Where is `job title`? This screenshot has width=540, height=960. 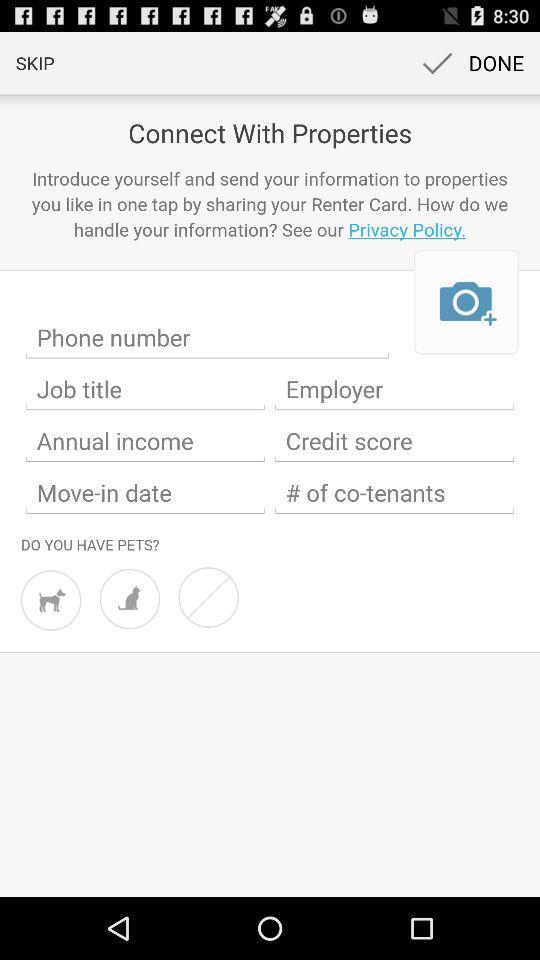
job title is located at coordinates (144, 388).